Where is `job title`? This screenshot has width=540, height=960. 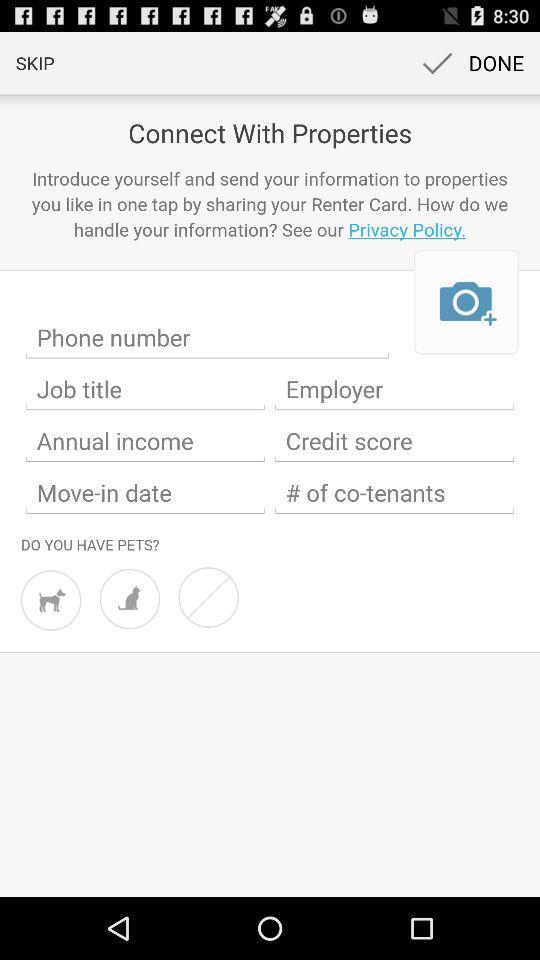
job title is located at coordinates (144, 388).